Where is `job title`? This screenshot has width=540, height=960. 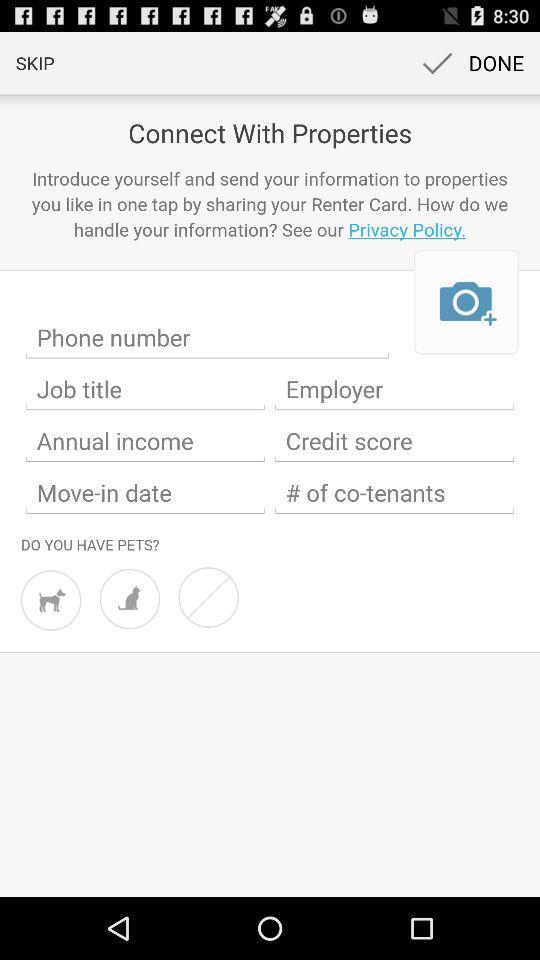
job title is located at coordinates (144, 388).